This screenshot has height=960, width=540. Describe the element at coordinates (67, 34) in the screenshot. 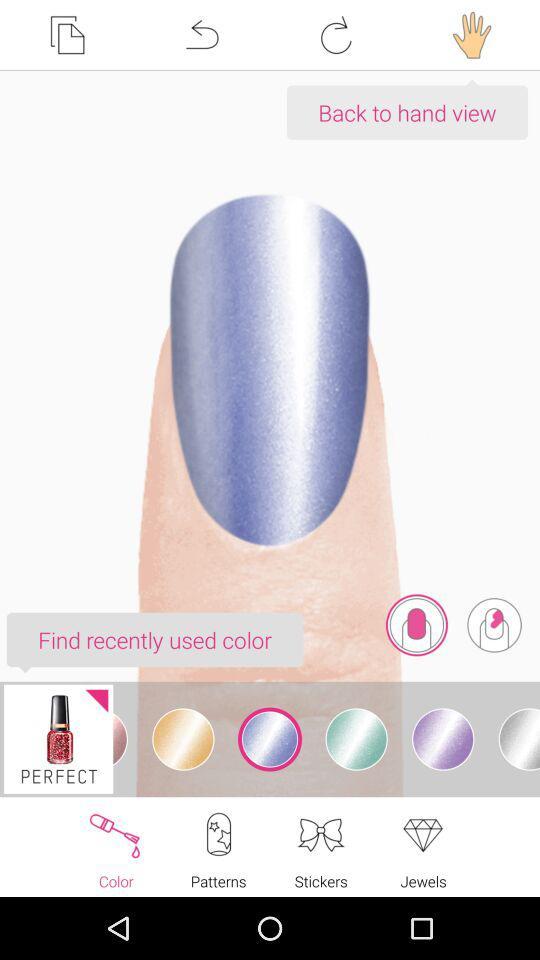

I see `the icon at the top left corner` at that location.